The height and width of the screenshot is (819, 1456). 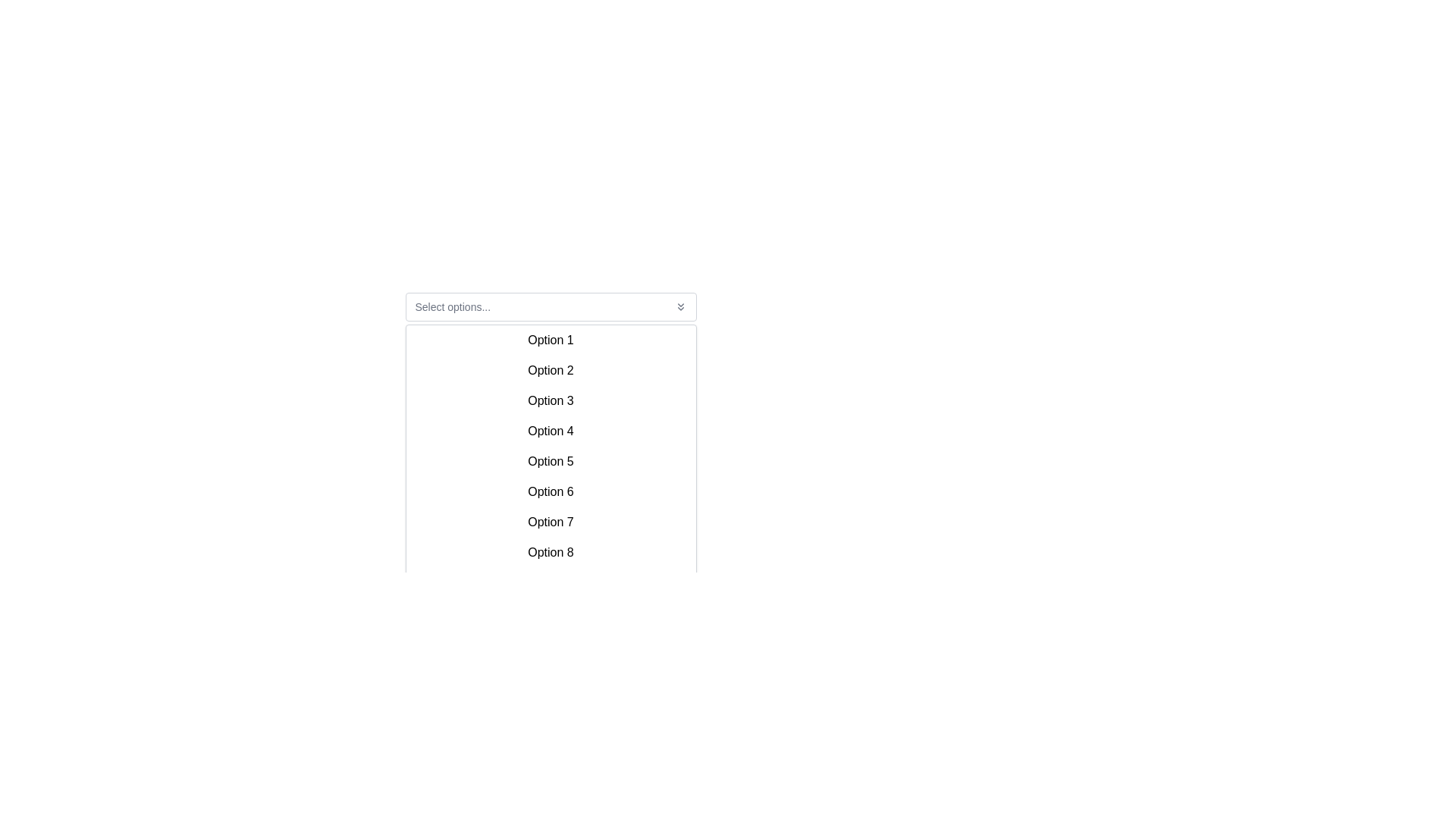 What do you see at coordinates (550, 400) in the screenshot?
I see `the menu item labeled 'Option 3'` at bounding box center [550, 400].